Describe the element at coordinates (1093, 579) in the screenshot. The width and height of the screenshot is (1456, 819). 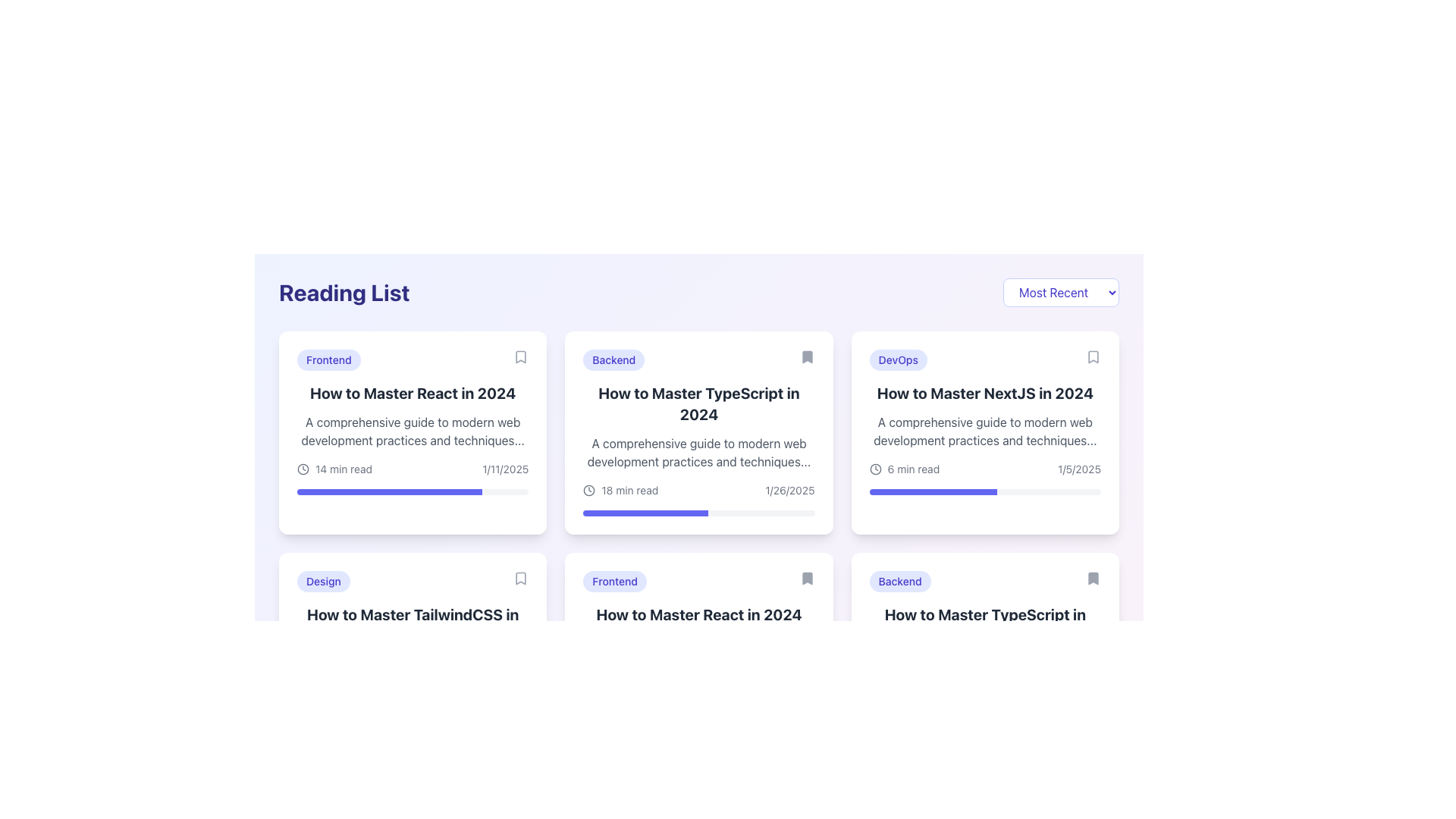
I see `the bookmarking icon located in the top-right corner of the last article card in the second row of the reading list grid` at that location.